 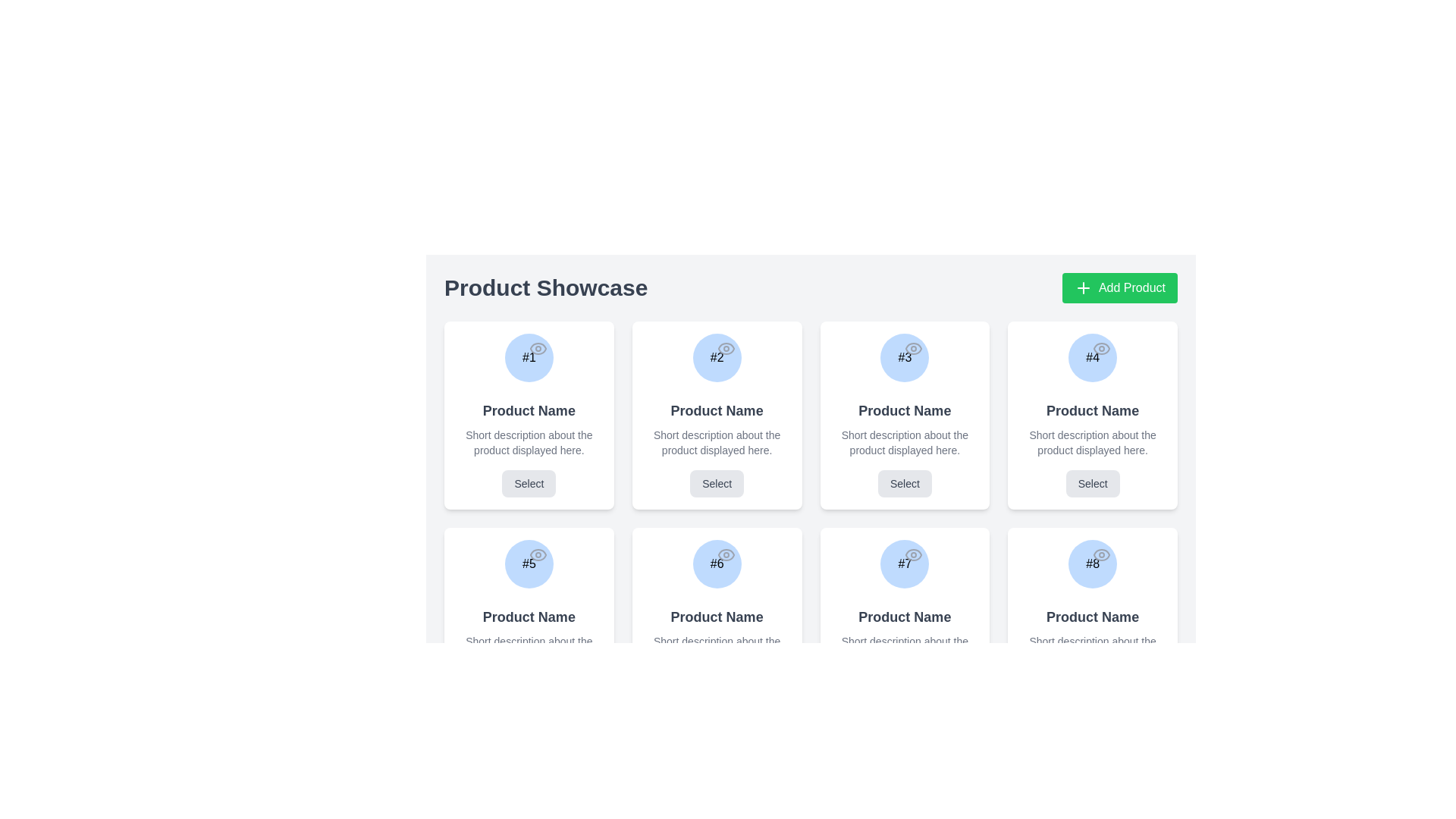 I want to click on product description of the Card Component, which is the second card in the grid layout featuring a white background, rounded corners, and a button labeled 'Select', so click(x=716, y=415).